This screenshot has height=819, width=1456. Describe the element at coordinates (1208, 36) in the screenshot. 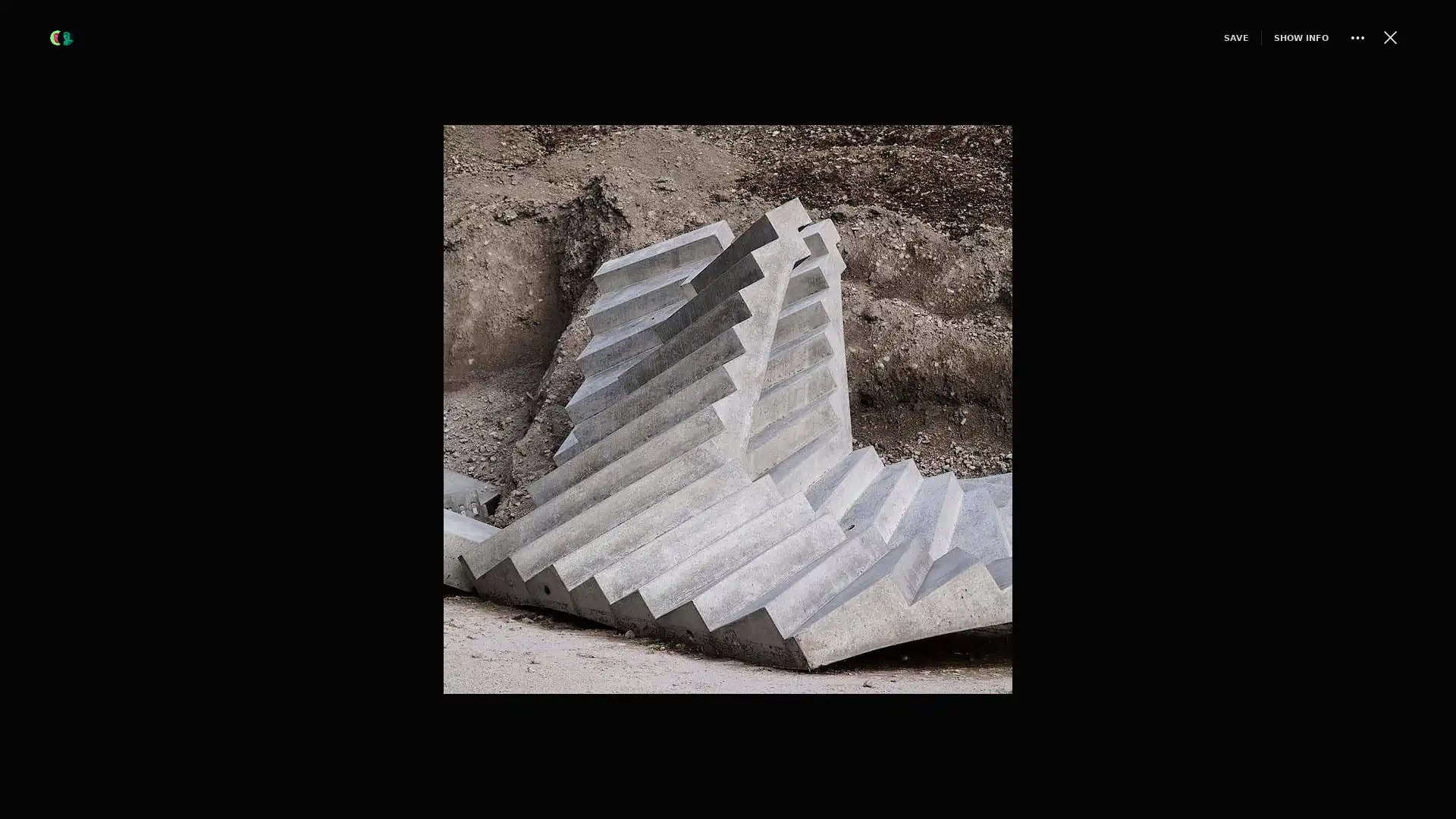

I see `SAVE` at that location.